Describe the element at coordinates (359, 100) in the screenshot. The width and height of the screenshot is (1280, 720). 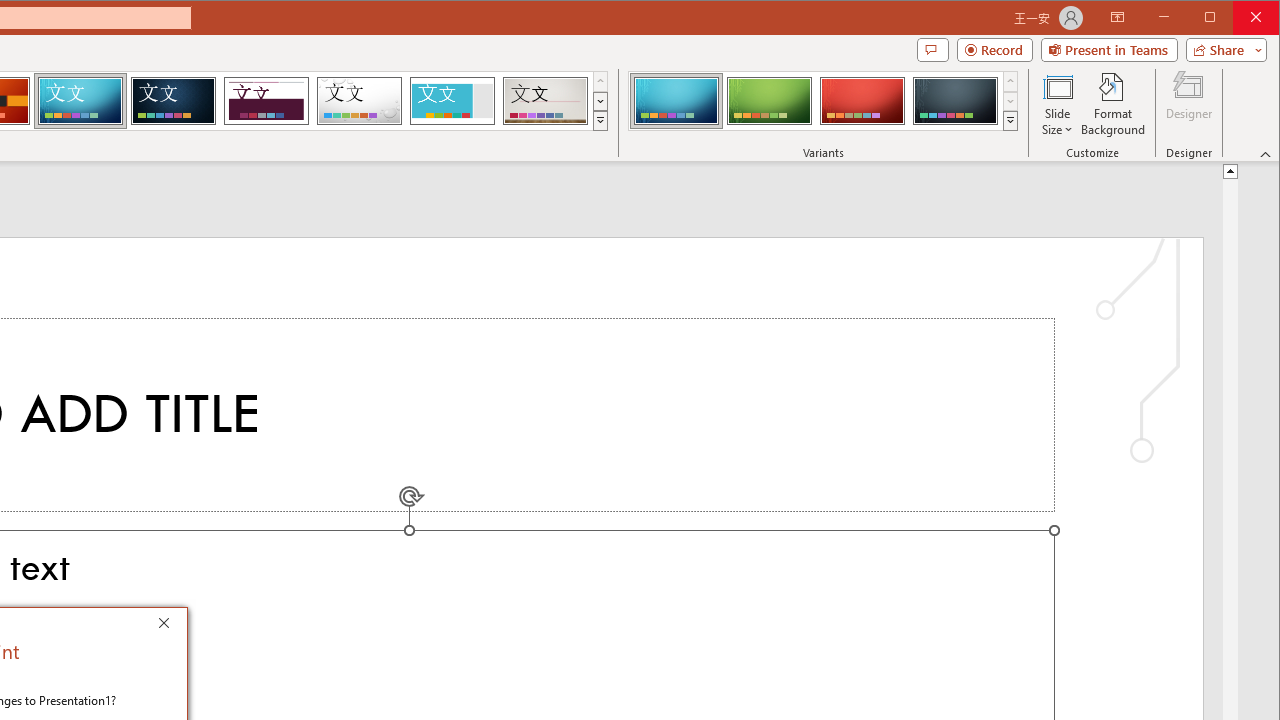
I see `'Droplet'` at that location.